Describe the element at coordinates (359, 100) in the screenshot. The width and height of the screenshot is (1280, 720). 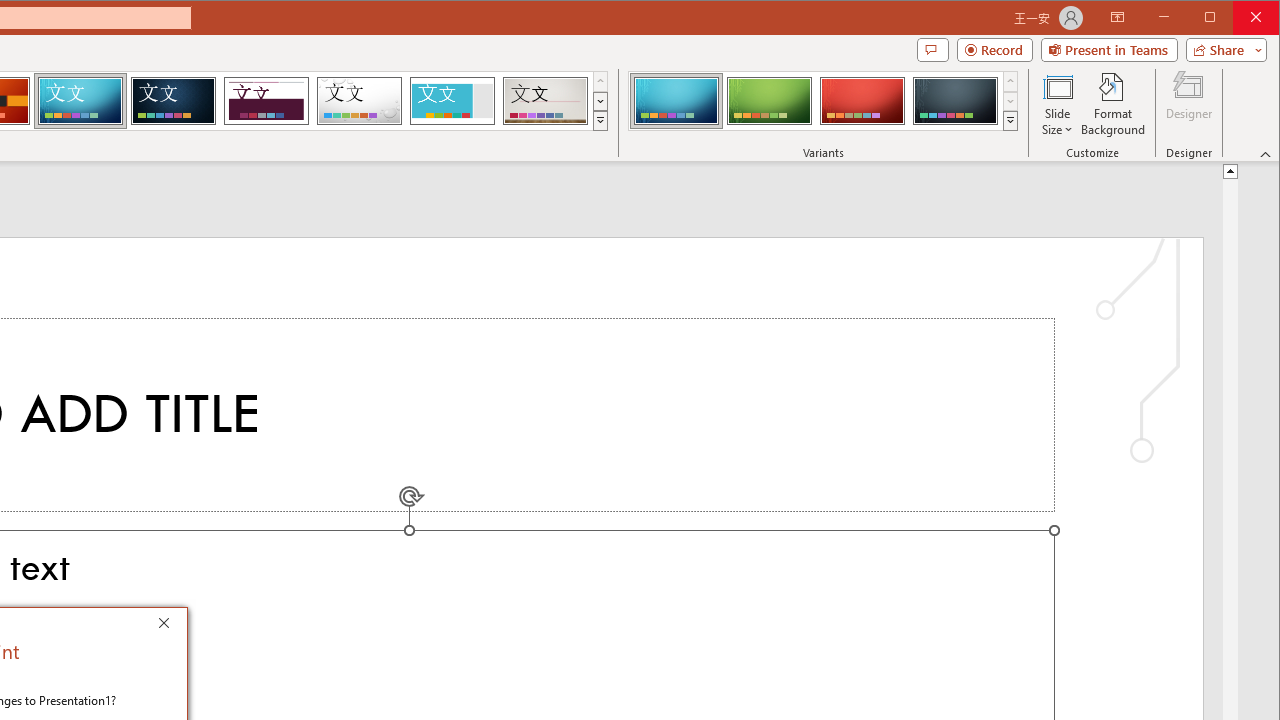
I see `'Droplet'` at that location.